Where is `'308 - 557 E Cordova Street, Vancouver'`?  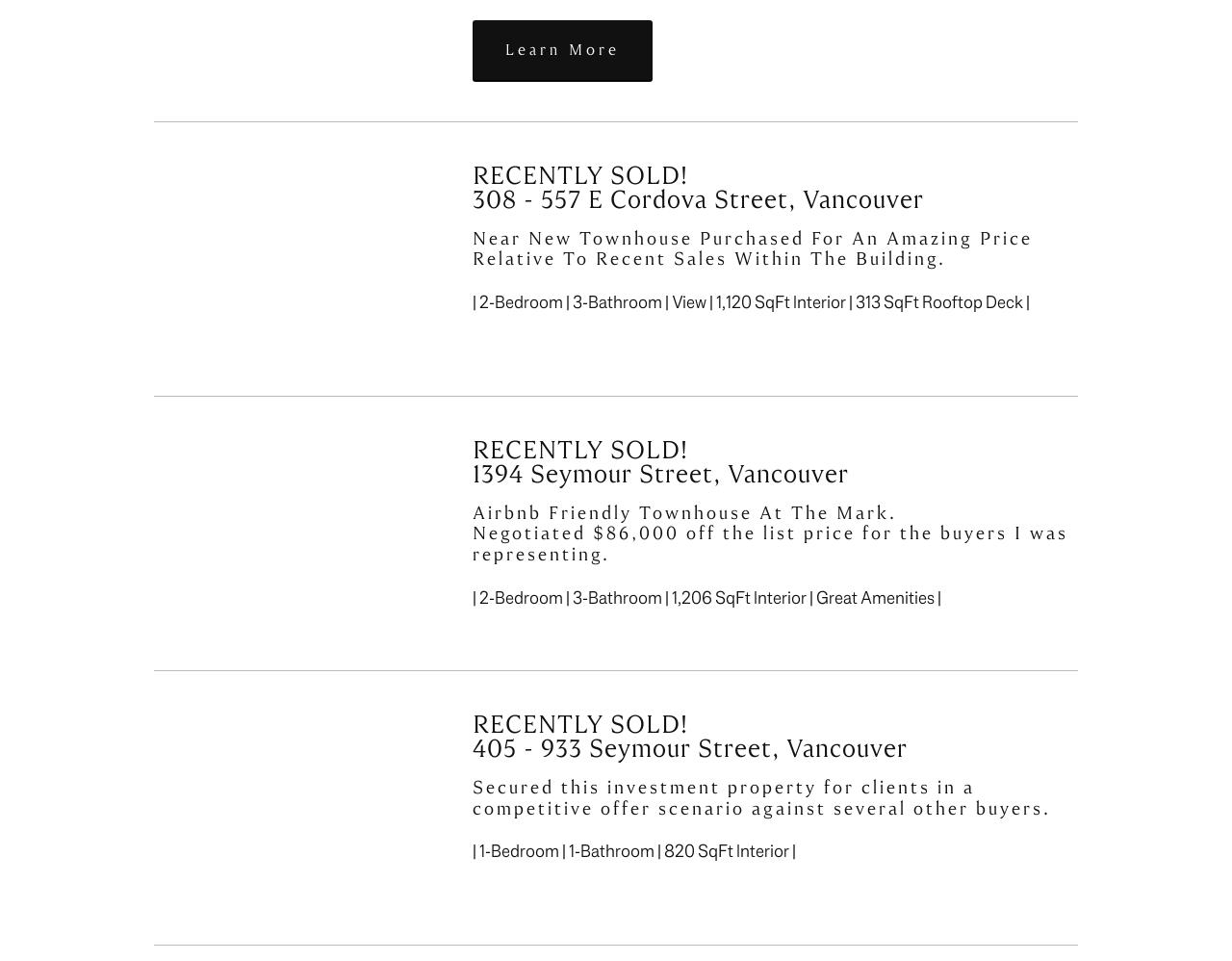 '308 - 557 E Cordova Street, Vancouver' is located at coordinates (697, 198).